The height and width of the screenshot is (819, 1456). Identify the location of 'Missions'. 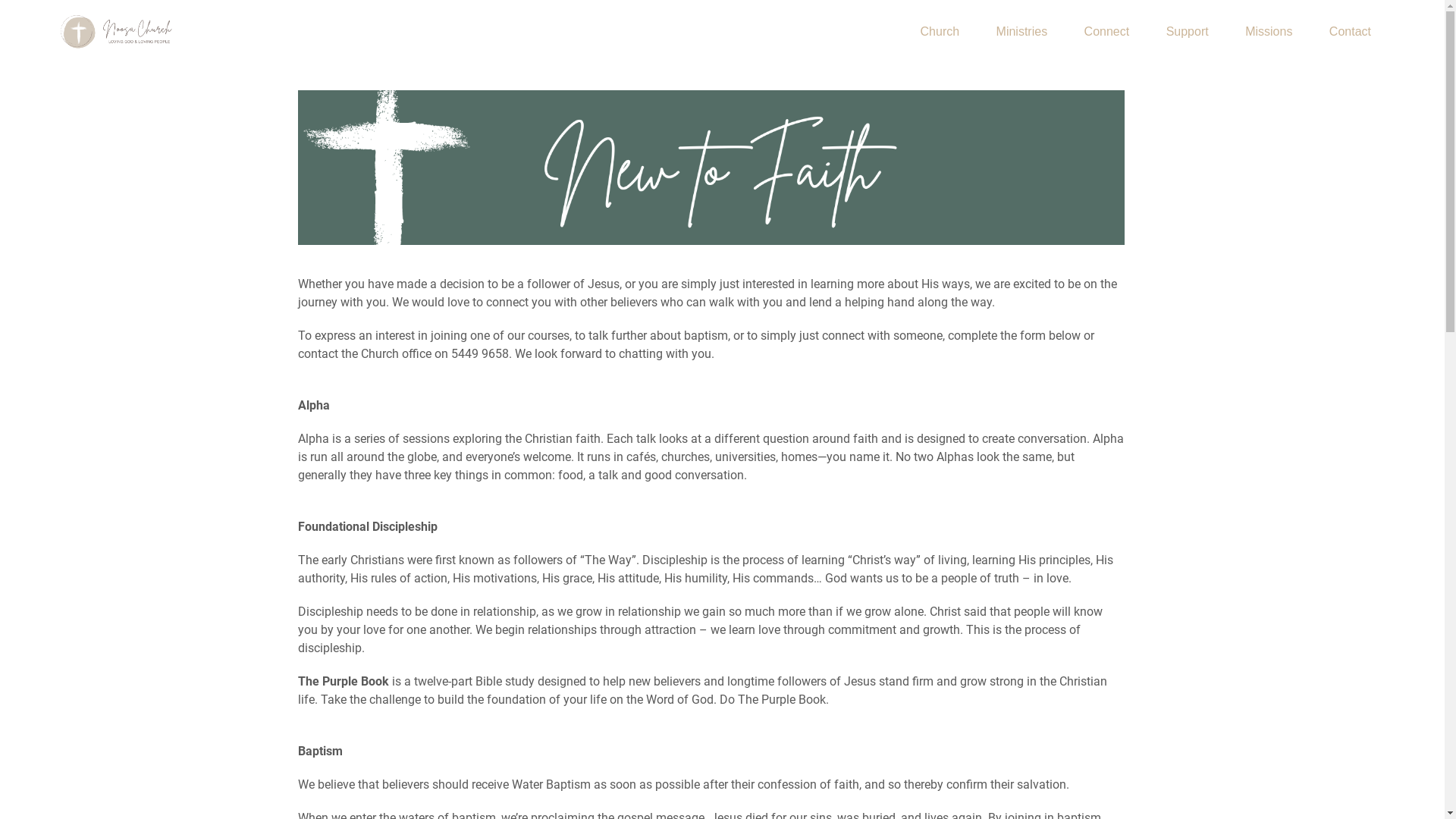
(1228, 32).